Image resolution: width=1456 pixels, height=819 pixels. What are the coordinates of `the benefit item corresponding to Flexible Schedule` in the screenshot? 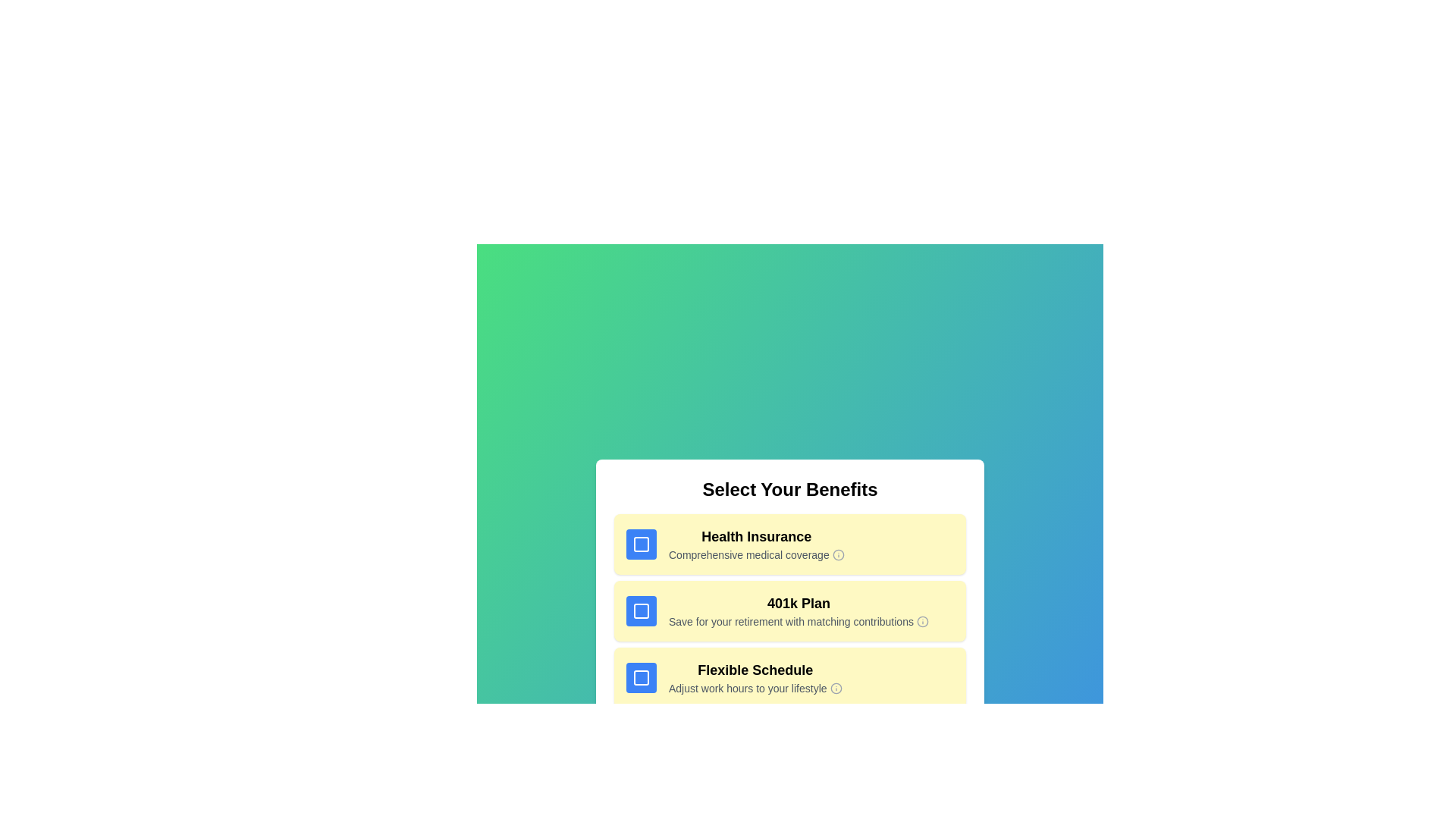 It's located at (789, 677).